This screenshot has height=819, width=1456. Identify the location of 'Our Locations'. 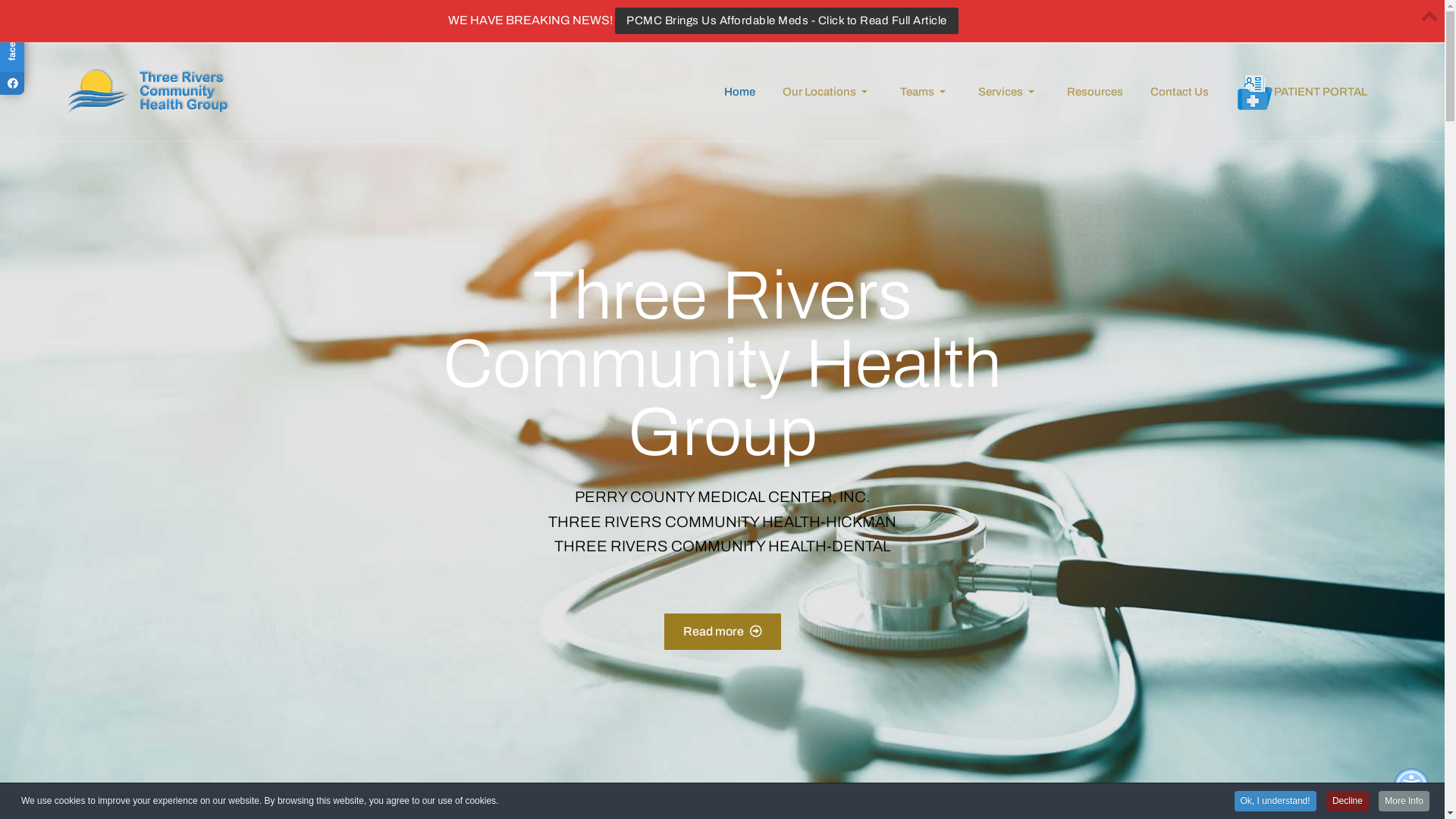
(768, 91).